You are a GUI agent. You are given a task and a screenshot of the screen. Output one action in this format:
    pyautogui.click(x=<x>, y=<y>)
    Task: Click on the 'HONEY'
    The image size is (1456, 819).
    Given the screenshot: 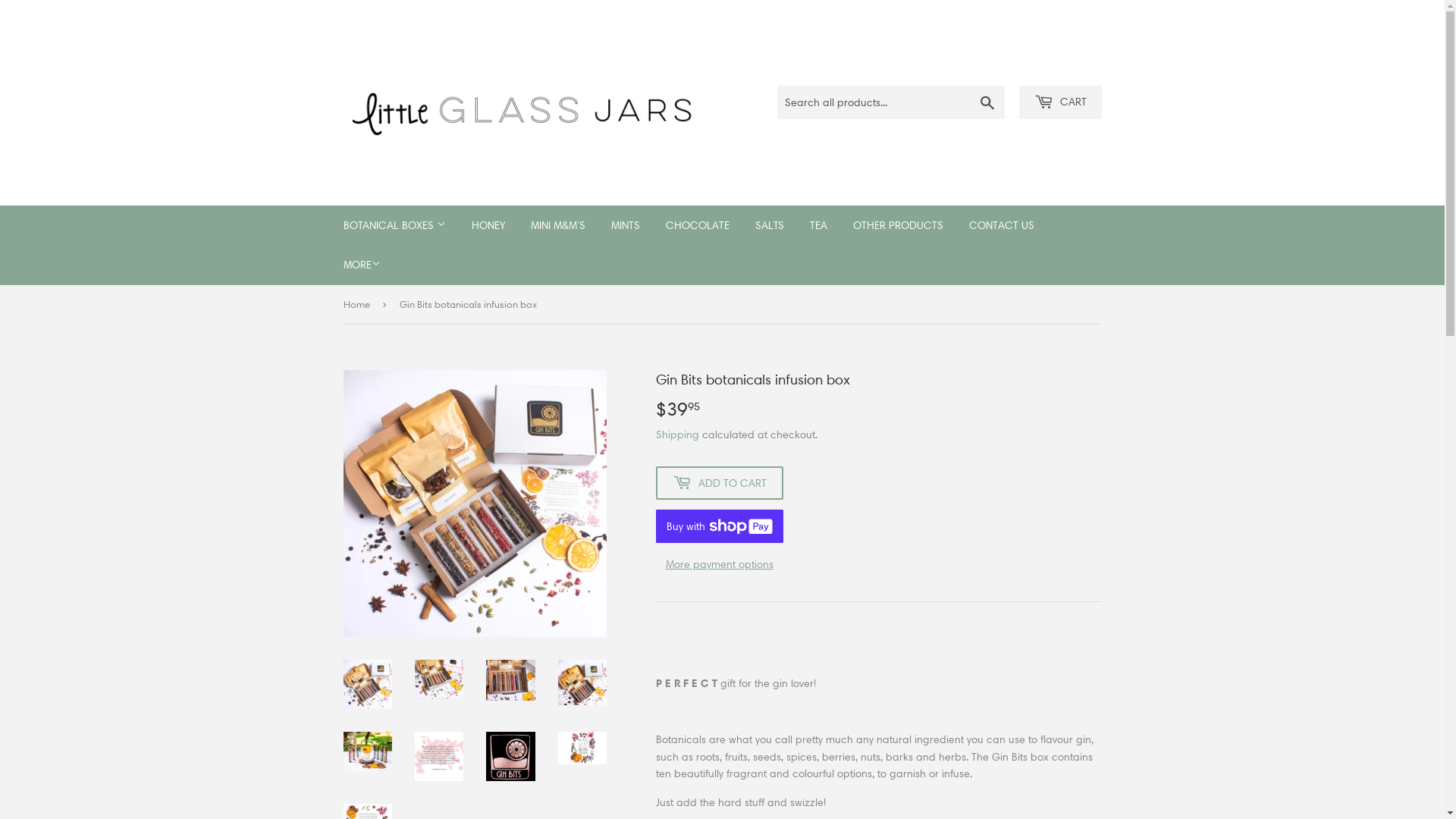 What is the action you would take?
    pyautogui.click(x=488, y=225)
    